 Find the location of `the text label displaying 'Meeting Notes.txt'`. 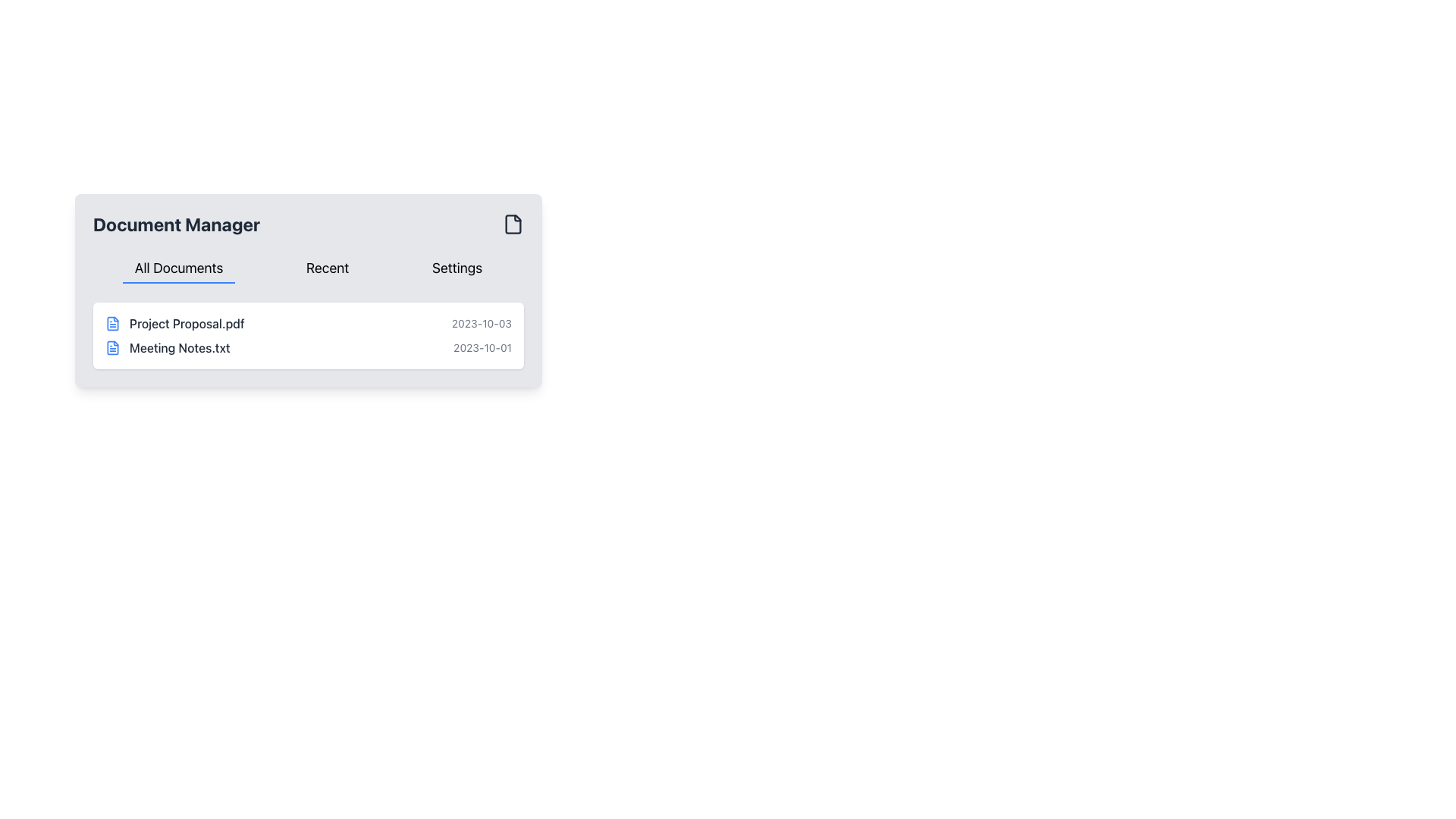

the text label displaying 'Meeting Notes.txt' is located at coordinates (180, 348).